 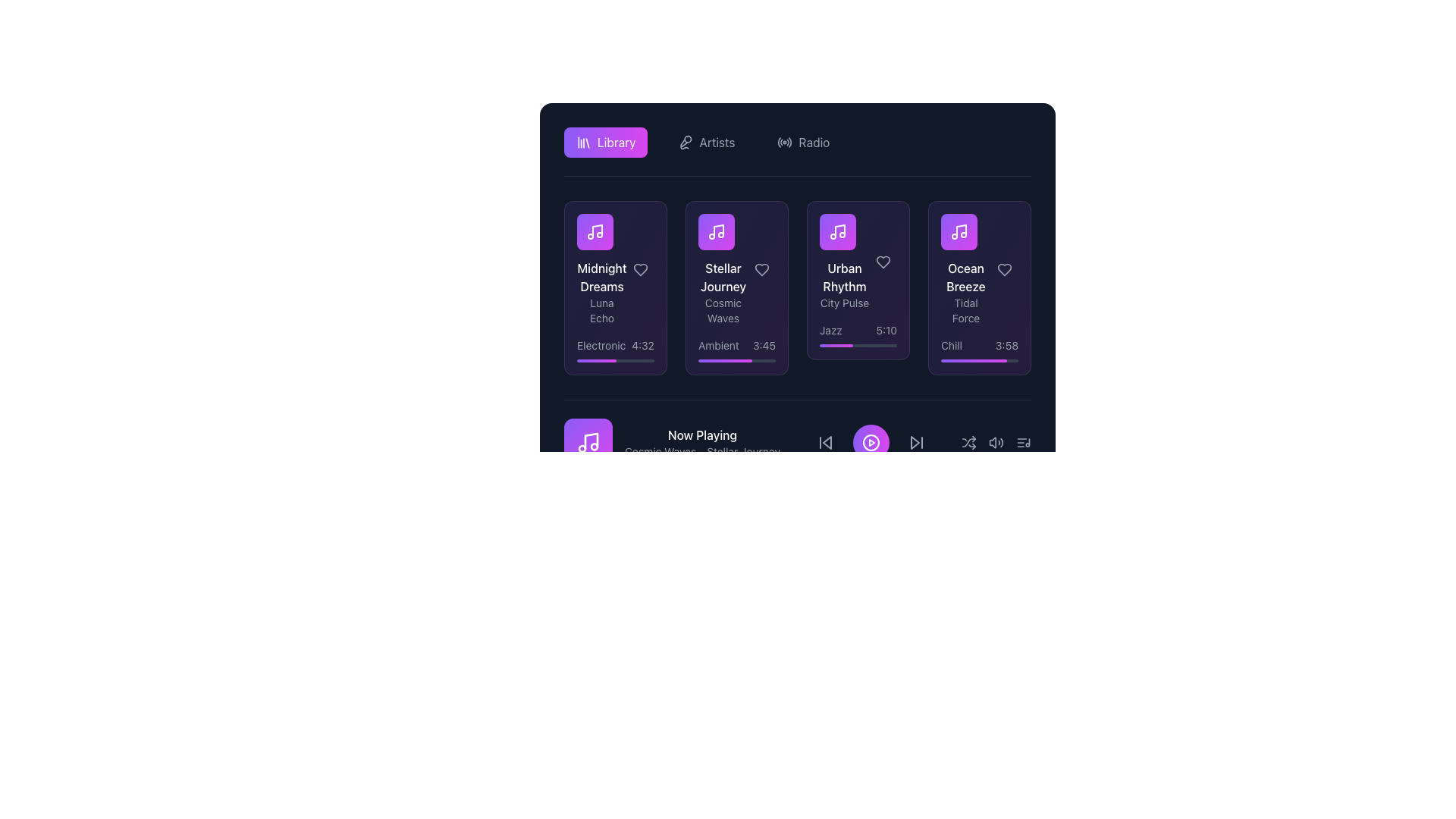 I want to click on the third music item card in the list, which is located between the 'Stellar Journey' card and 'Ocean Breeze' card, so click(x=843, y=262).